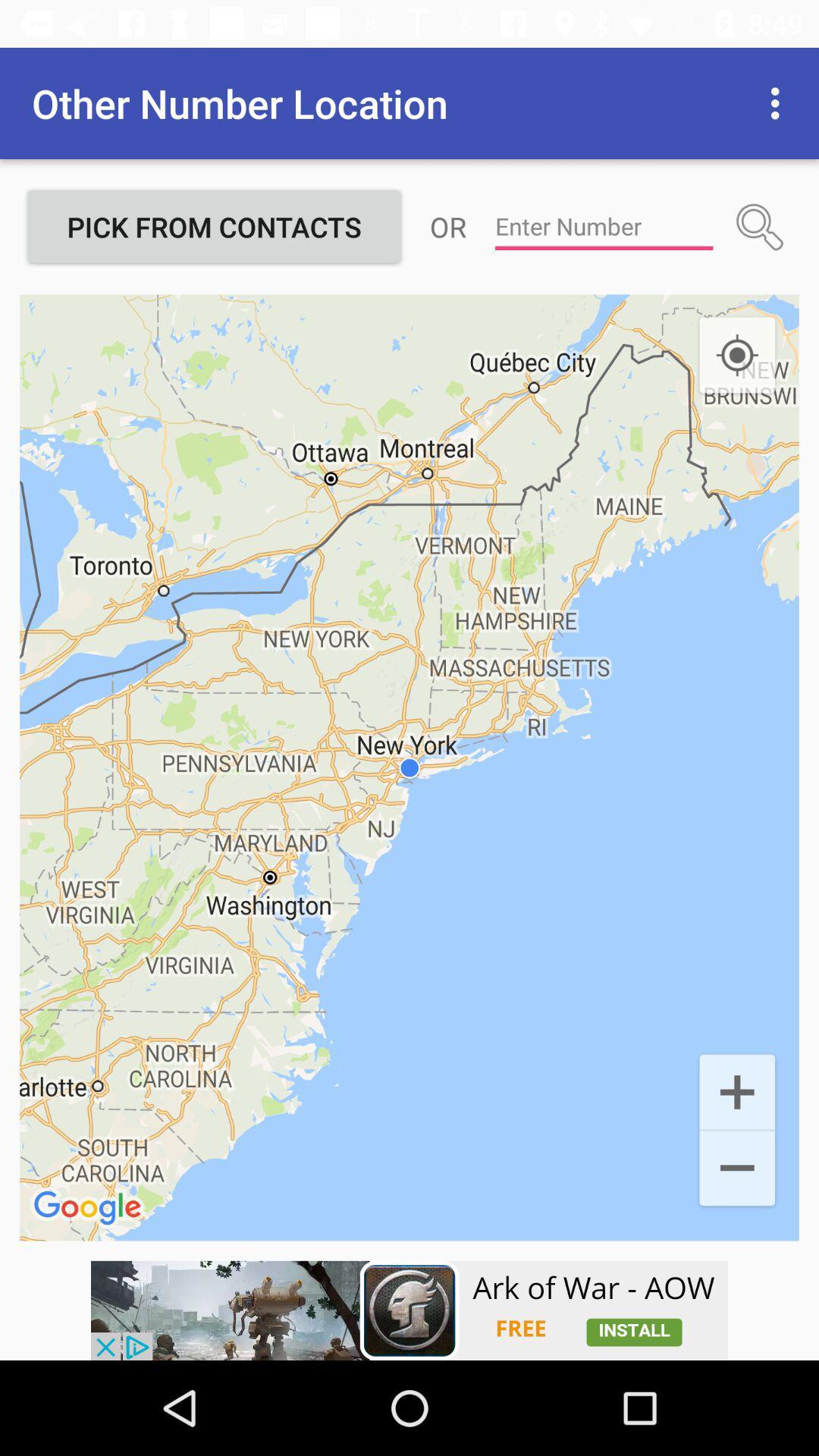  Describe the element at coordinates (603, 226) in the screenshot. I see `type number` at that location.